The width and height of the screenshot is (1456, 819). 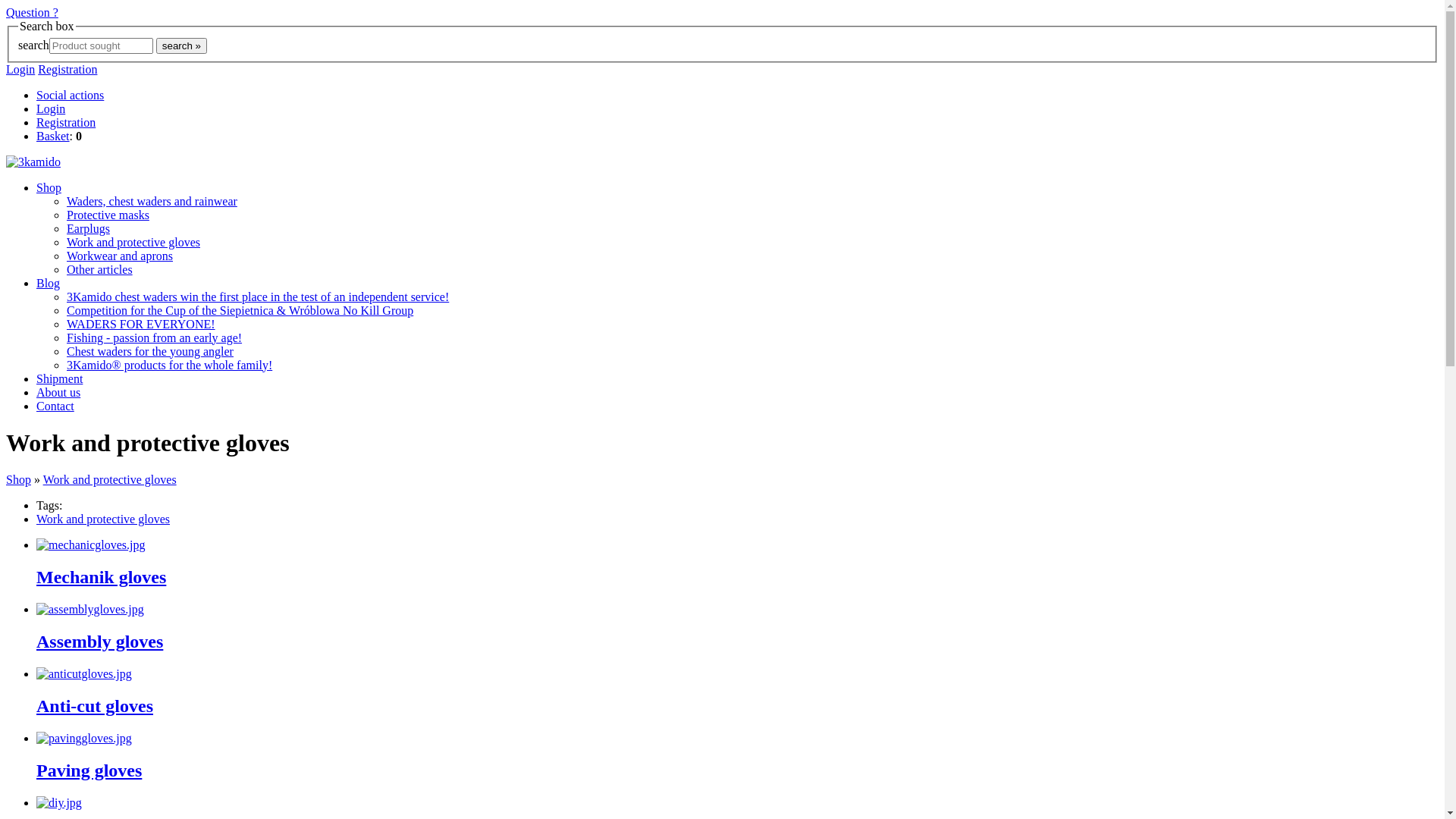 I want to click on 'About us', so click(x=58, y=391).